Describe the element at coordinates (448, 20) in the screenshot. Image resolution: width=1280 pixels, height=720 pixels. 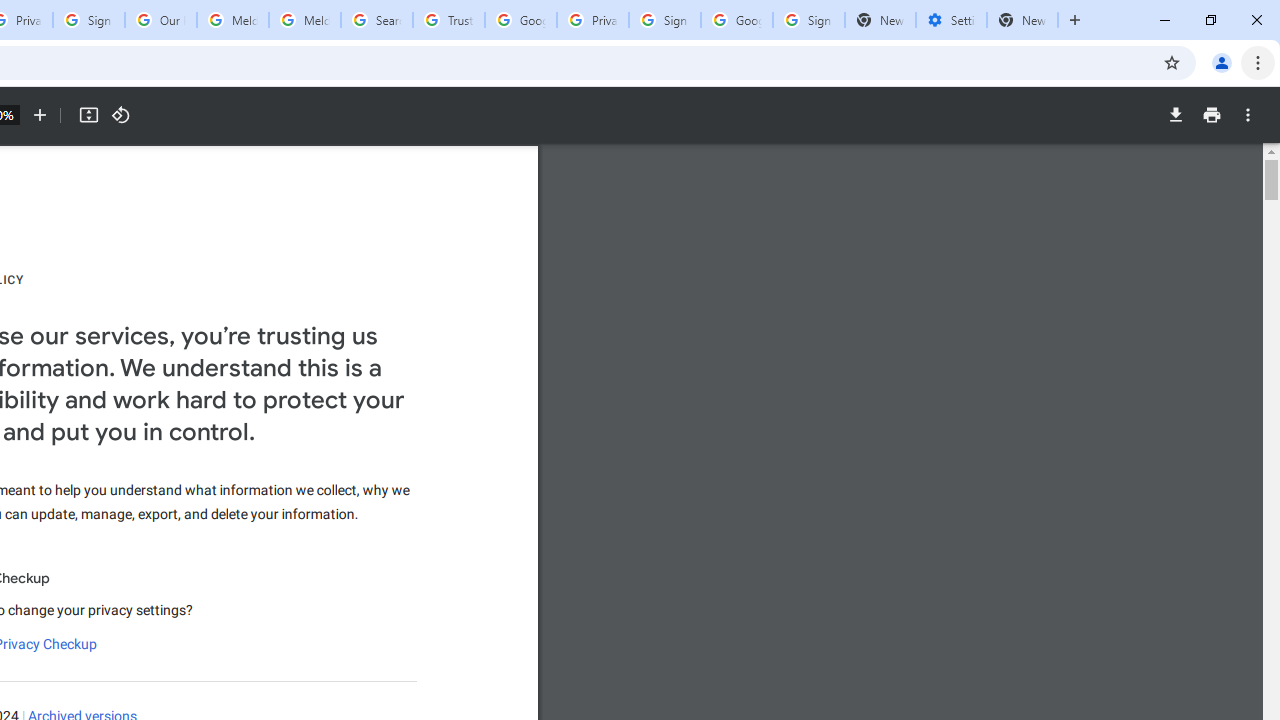
I see `'Trusted Information and Content - Google Safety Center'` at that location.